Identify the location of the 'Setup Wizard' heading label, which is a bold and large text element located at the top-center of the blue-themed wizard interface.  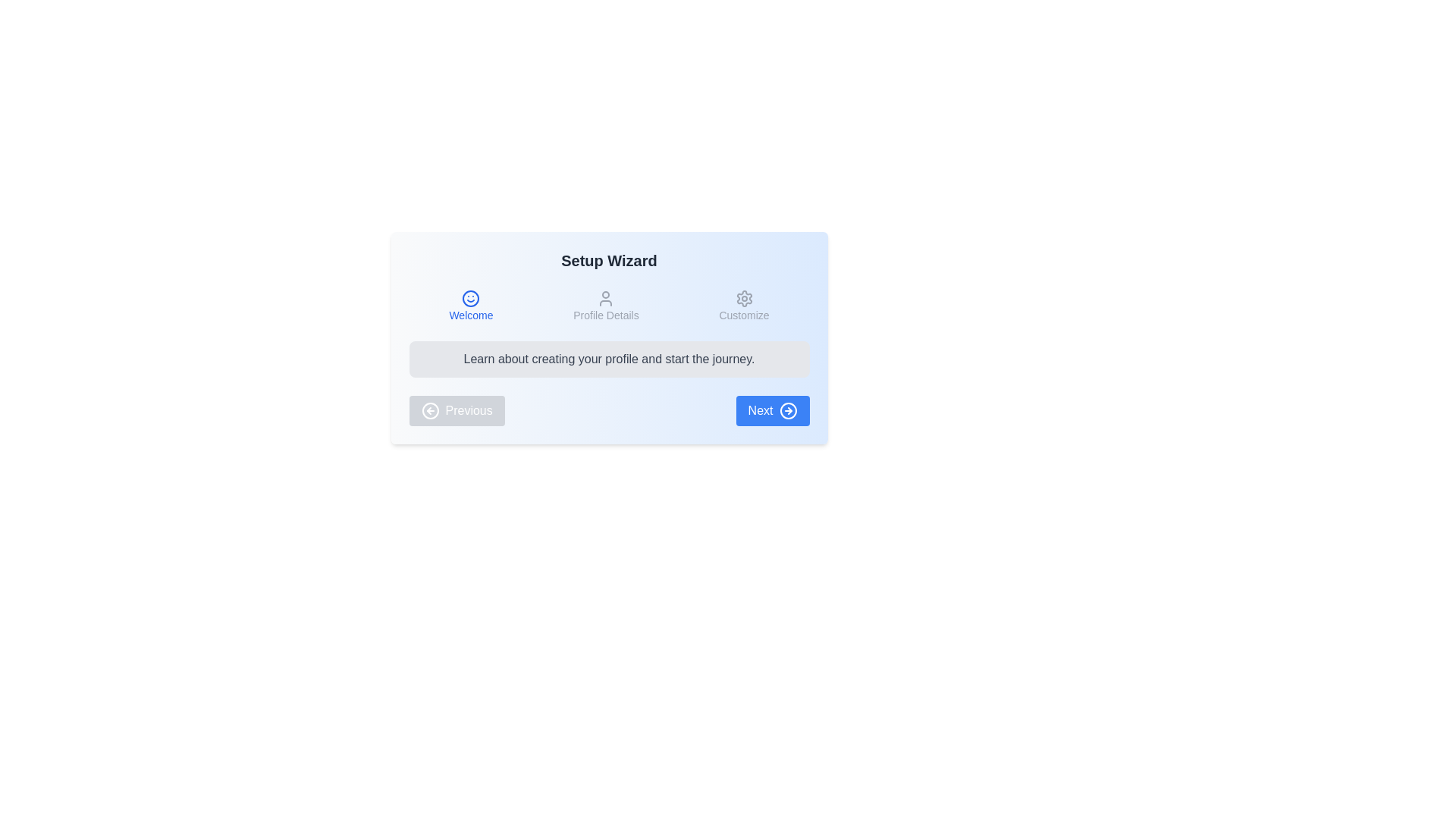
(609, 259).